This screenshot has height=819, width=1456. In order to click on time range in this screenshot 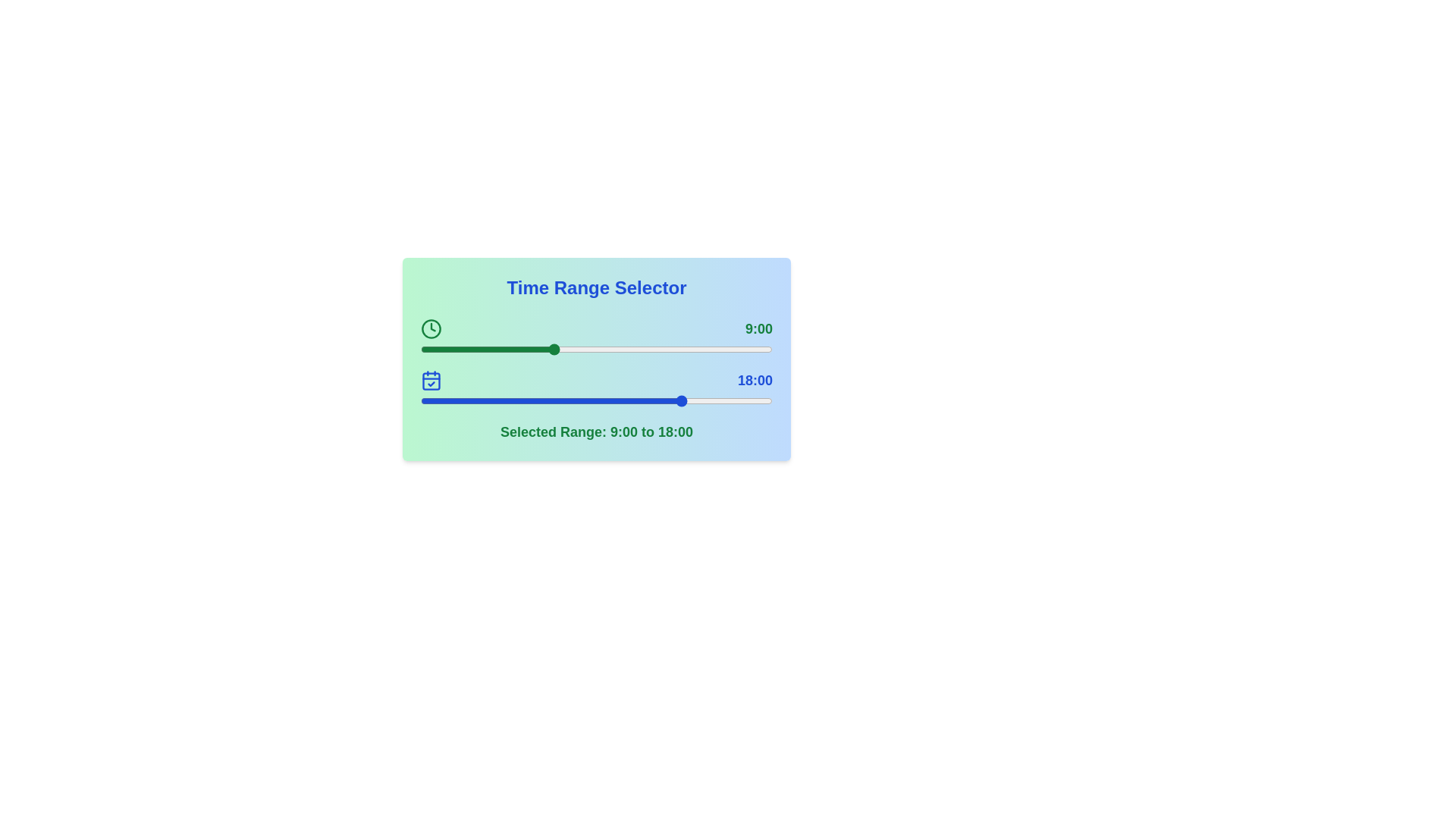, I will do `click(494, 400)`.